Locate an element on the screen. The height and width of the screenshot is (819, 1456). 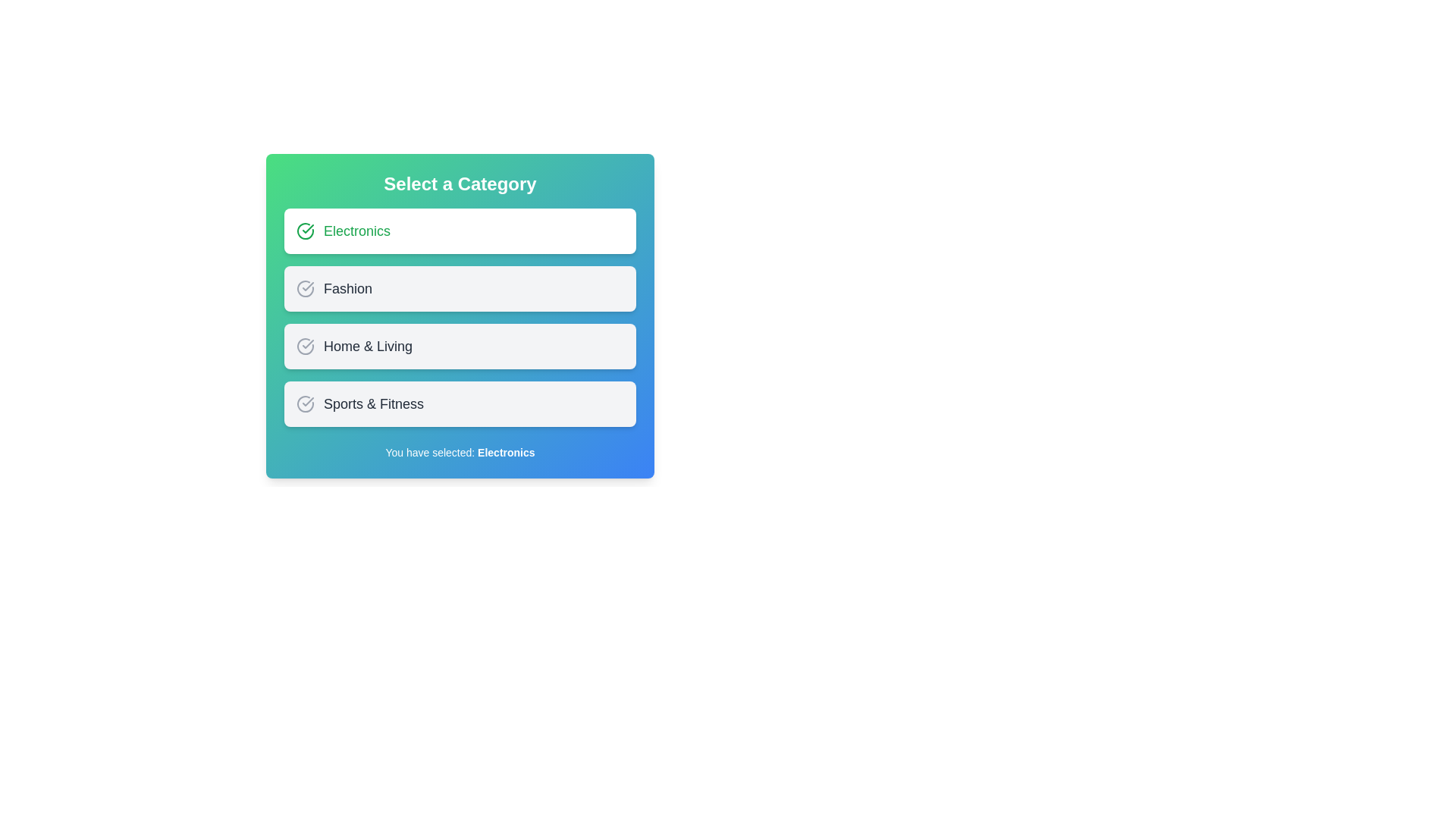
the 'Sports & Fitness' text label is located at coordinates (374, 403).